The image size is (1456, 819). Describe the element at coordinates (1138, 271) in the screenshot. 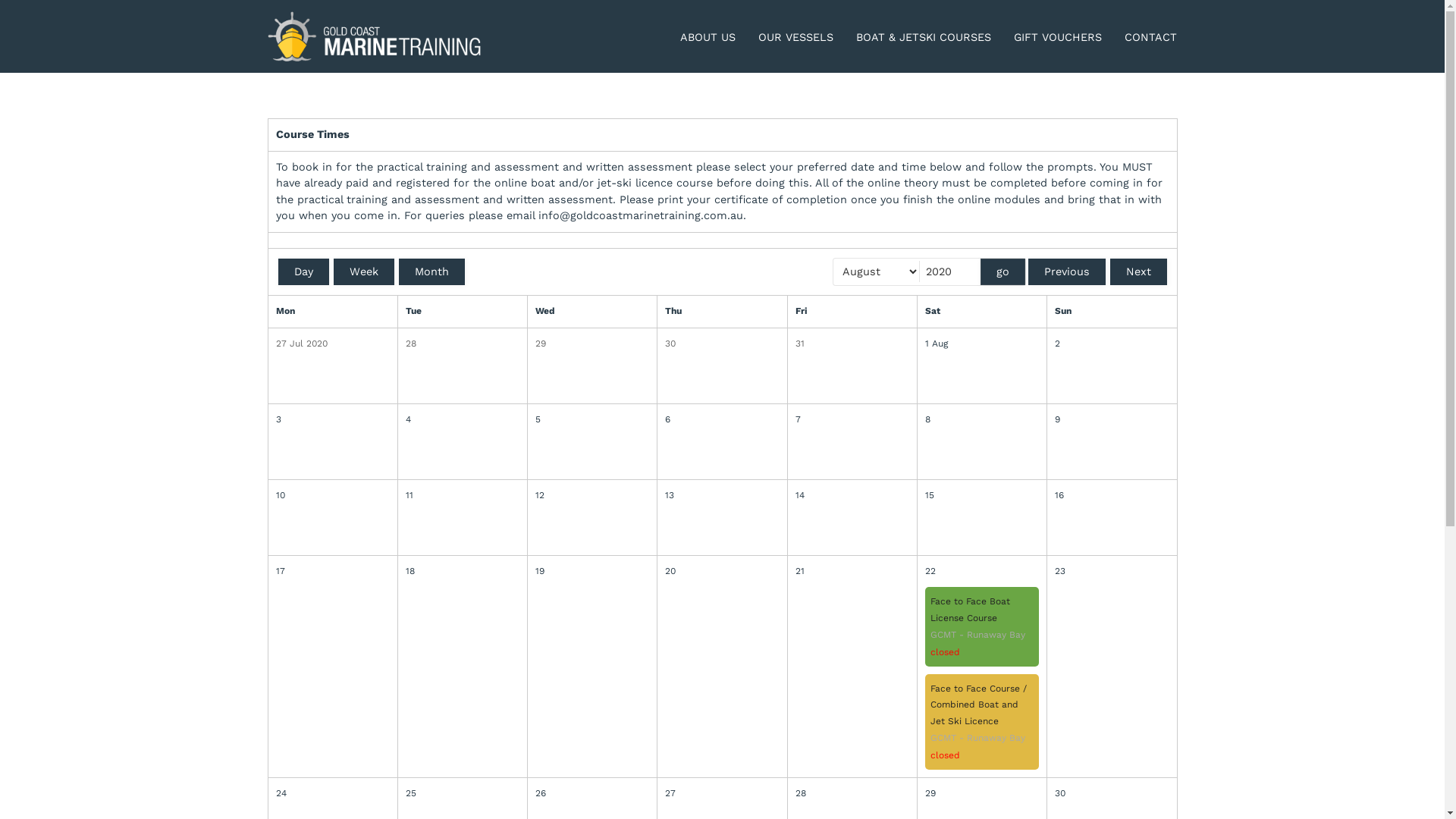

I see `'Next'` at that location.